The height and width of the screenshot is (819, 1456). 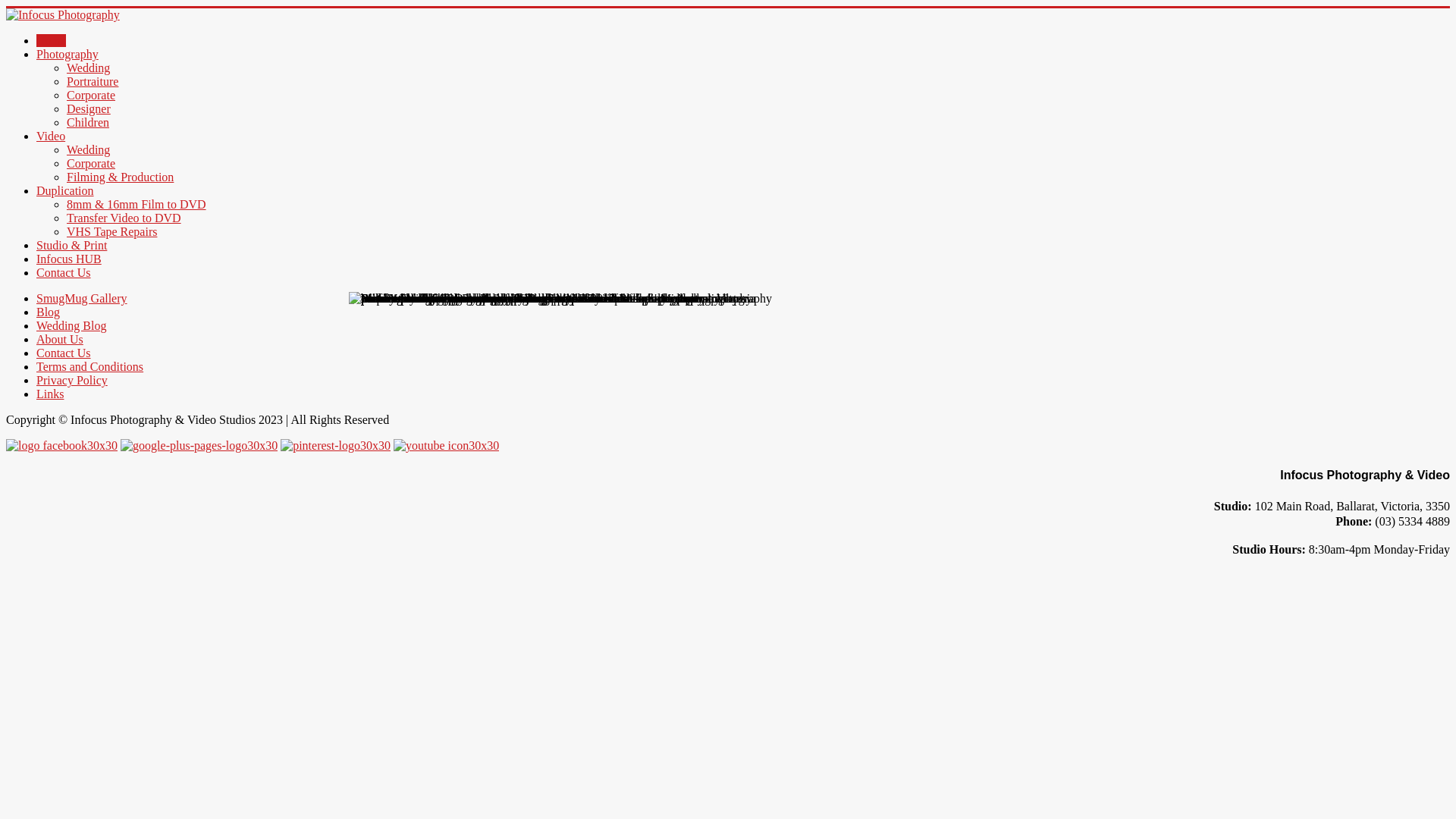 What do you see at coordinates (64, 190) in the screenshot?
I see `'Duplication'` at bounding box center [64, 190].